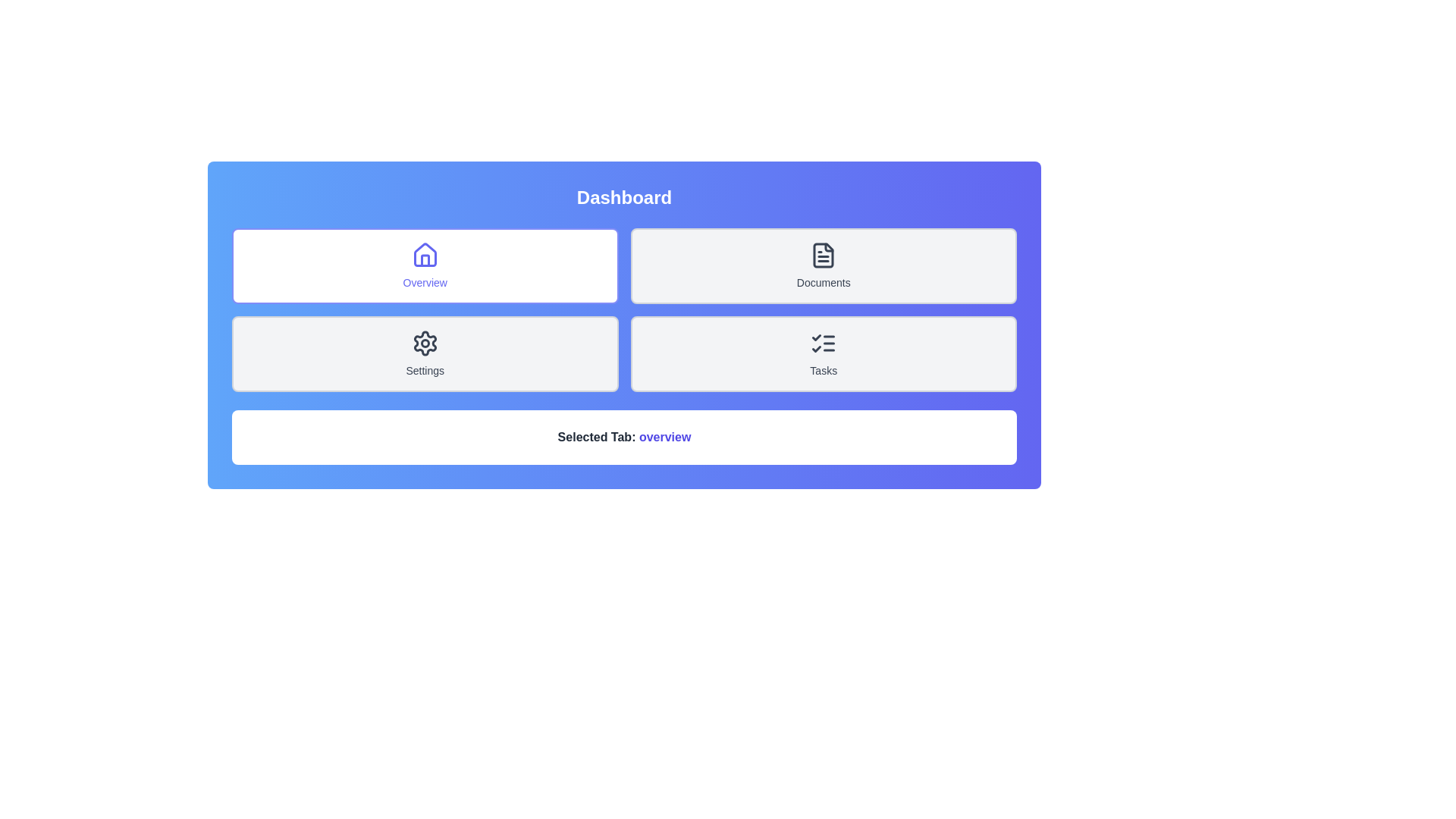 This screenshot has height=819, width=1456. Describe the element at coordinates (823, 265) in the screenshot. I see `the navigational button located` at that location.